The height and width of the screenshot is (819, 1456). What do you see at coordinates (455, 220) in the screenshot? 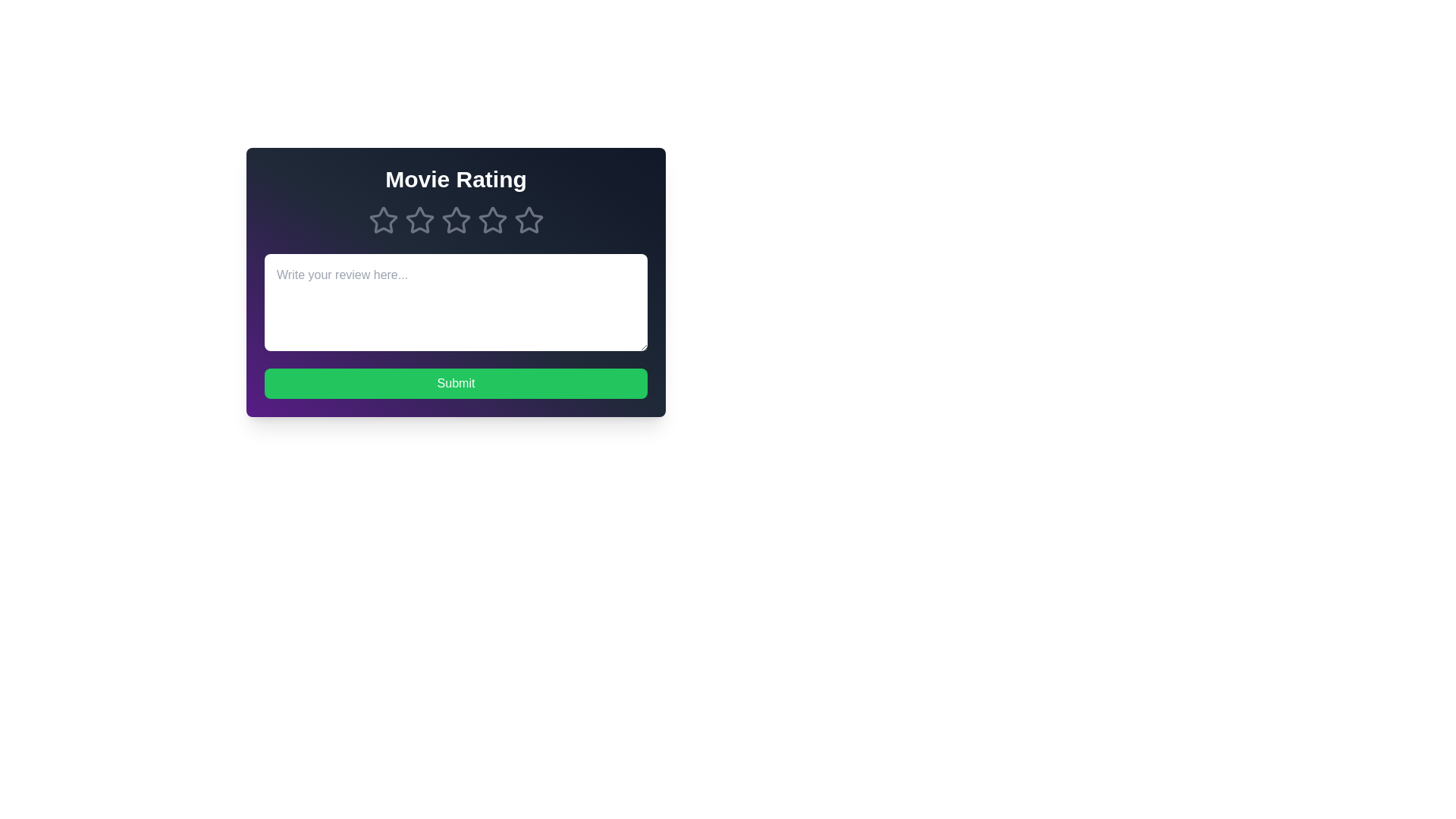
I see `the movie rating to 3 stars by clicking on the respective star` at bounding box center [455, 220].